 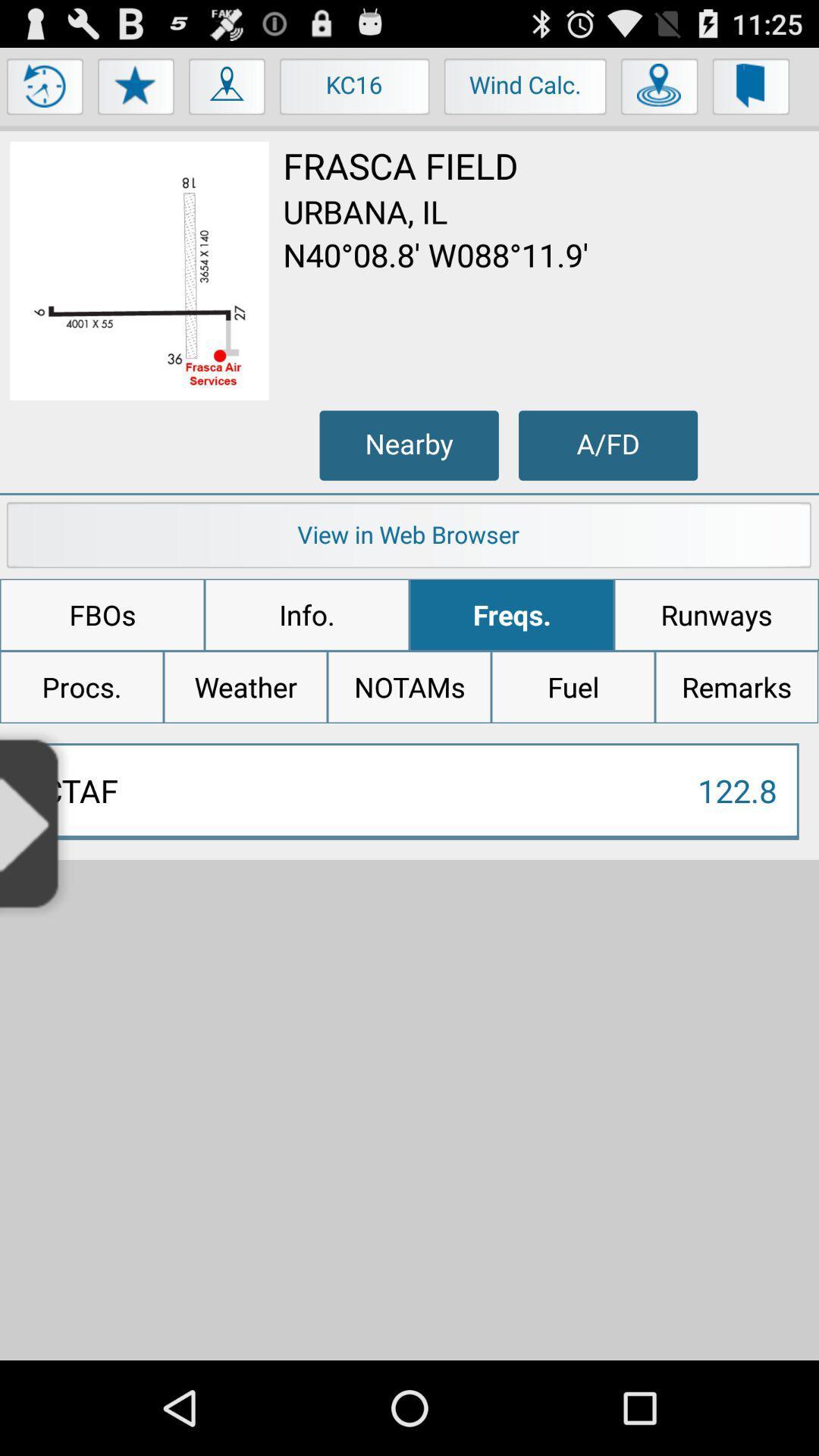 What do you see at coordinates (245, 686) in the screenshot?
I see `weather` at bounding box center [245, 686].